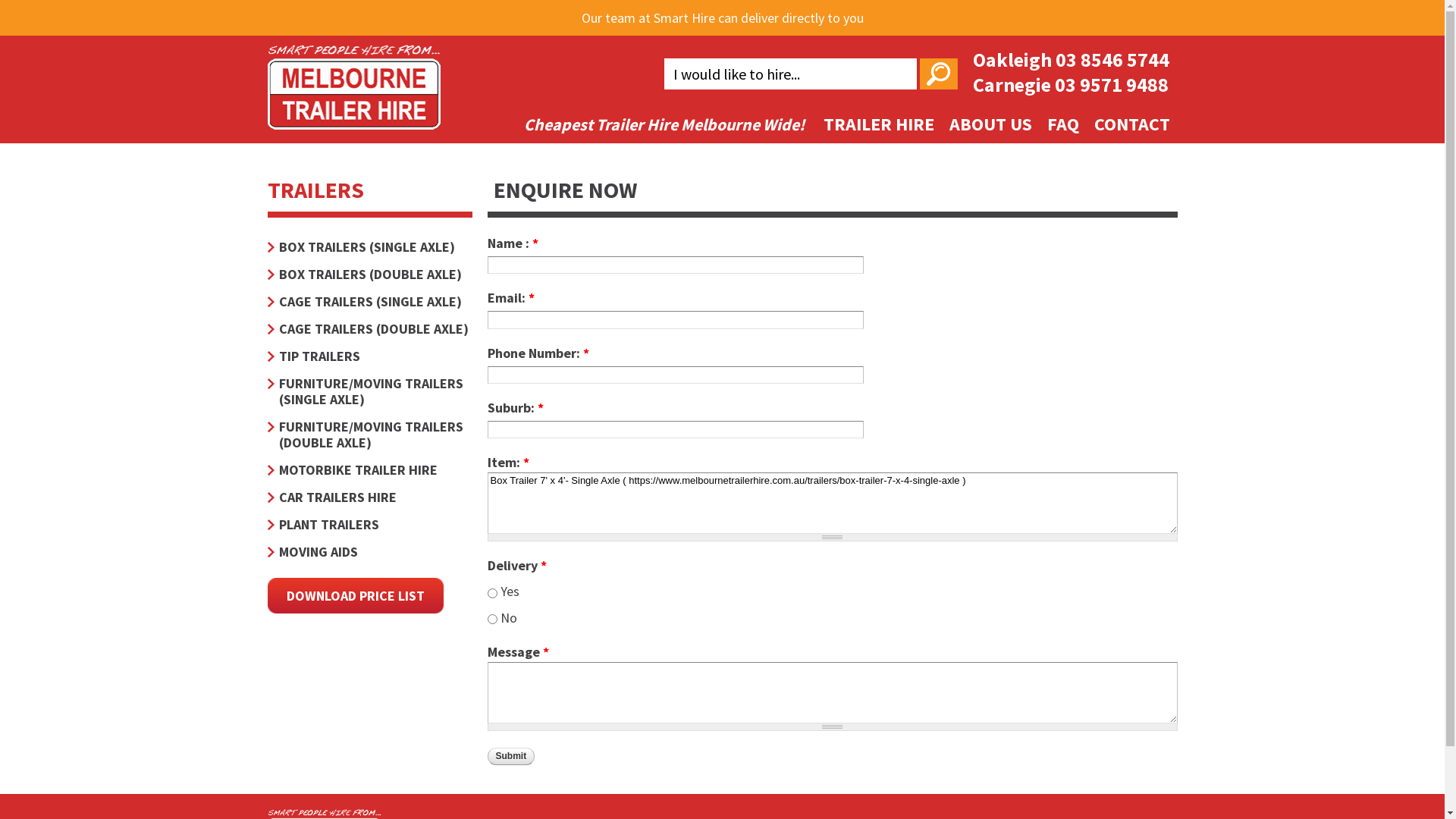  What do you see at coordinates (369, 551) in the screenshot?
I see `'MOVING AIDS'` at bounding box center [369, 551].